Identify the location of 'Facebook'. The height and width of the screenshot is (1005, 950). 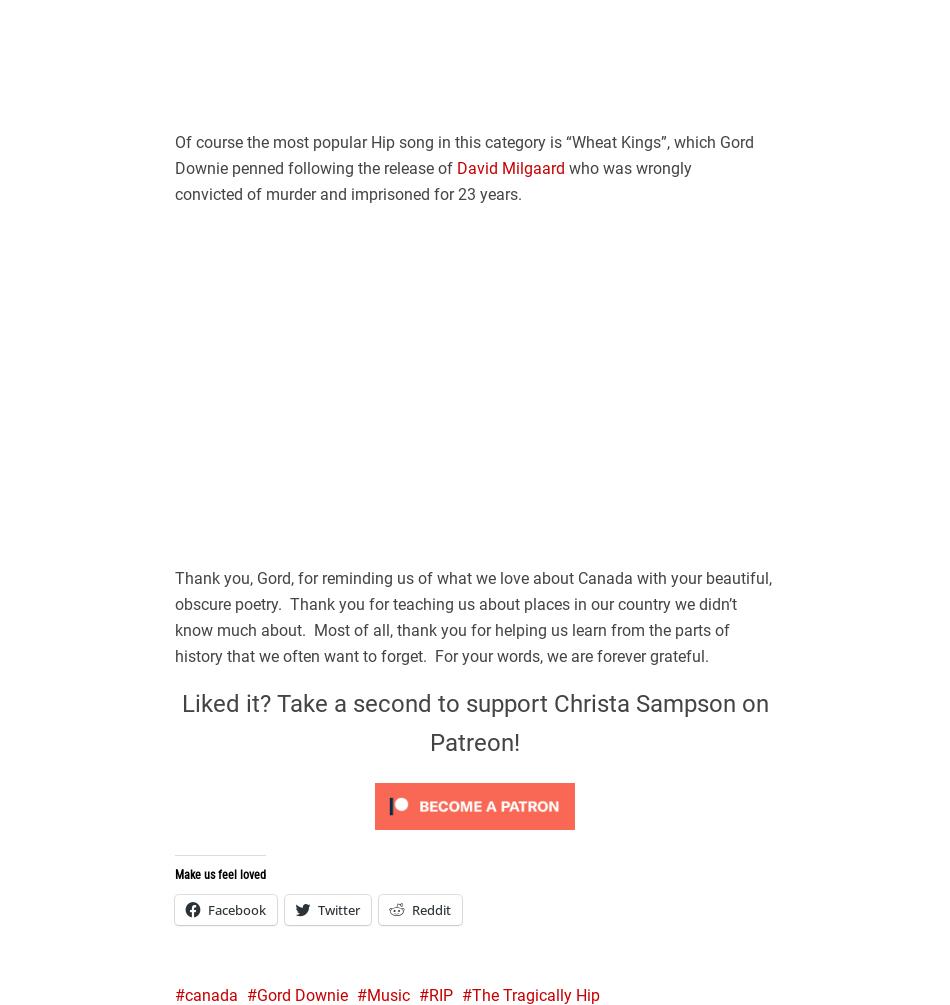
(237, 908).